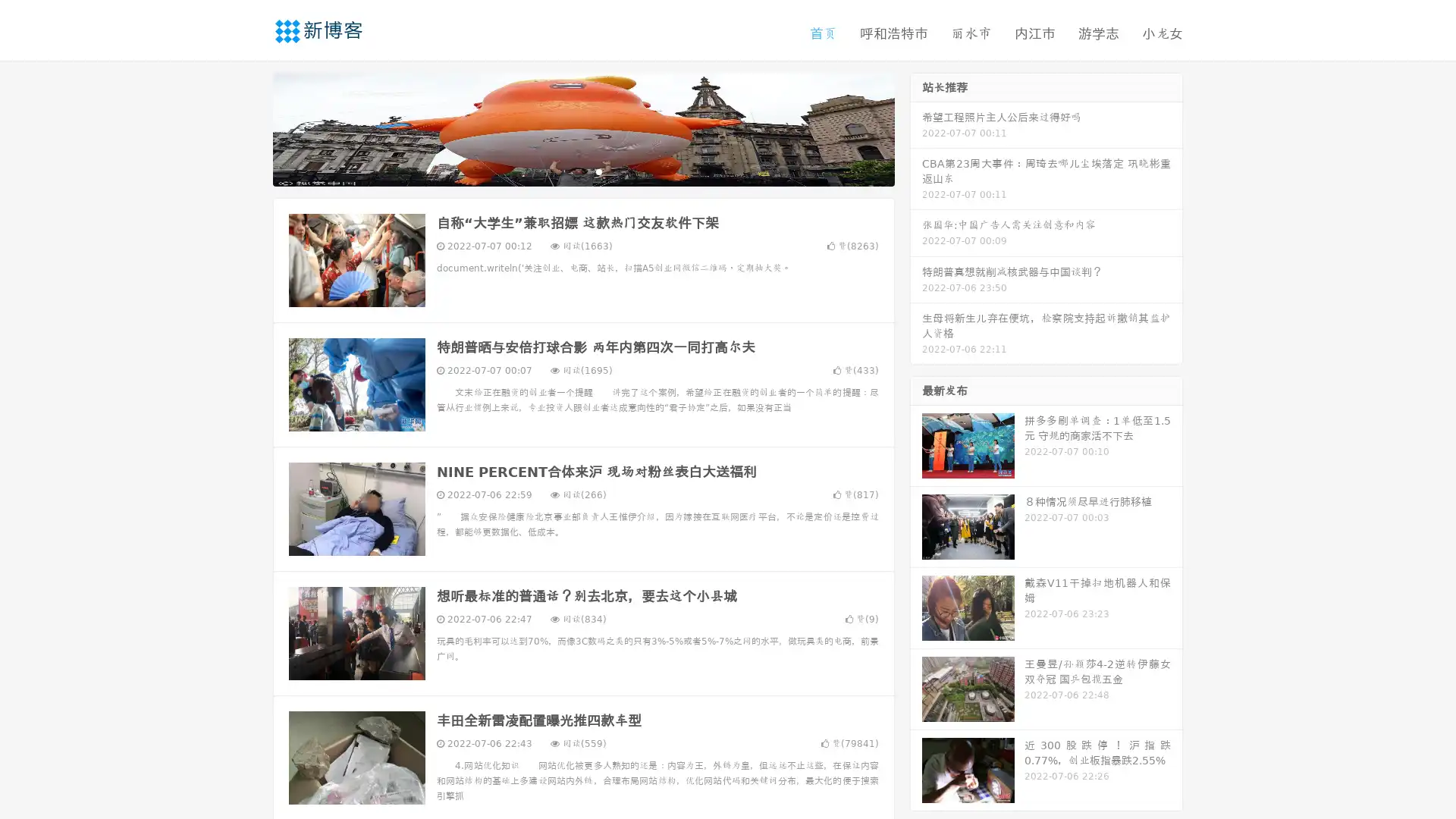 The image size is (1456, 819). What do you see at coordinates (916, 127) in the screenshot?
I see `Next slide` at bounding box center [916, 127].